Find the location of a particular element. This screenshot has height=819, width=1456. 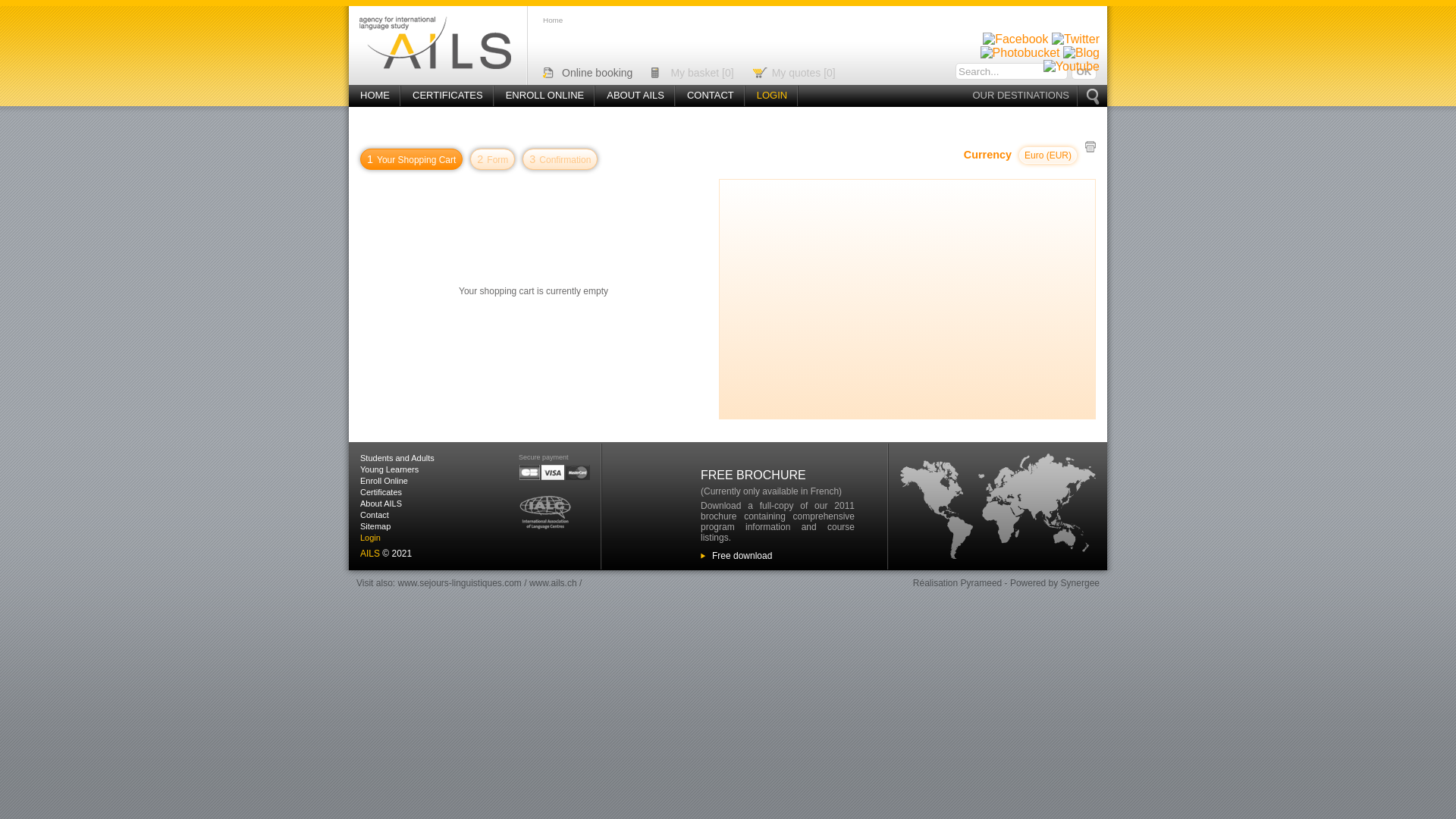

'Home' is located at coordinates (552, 20).